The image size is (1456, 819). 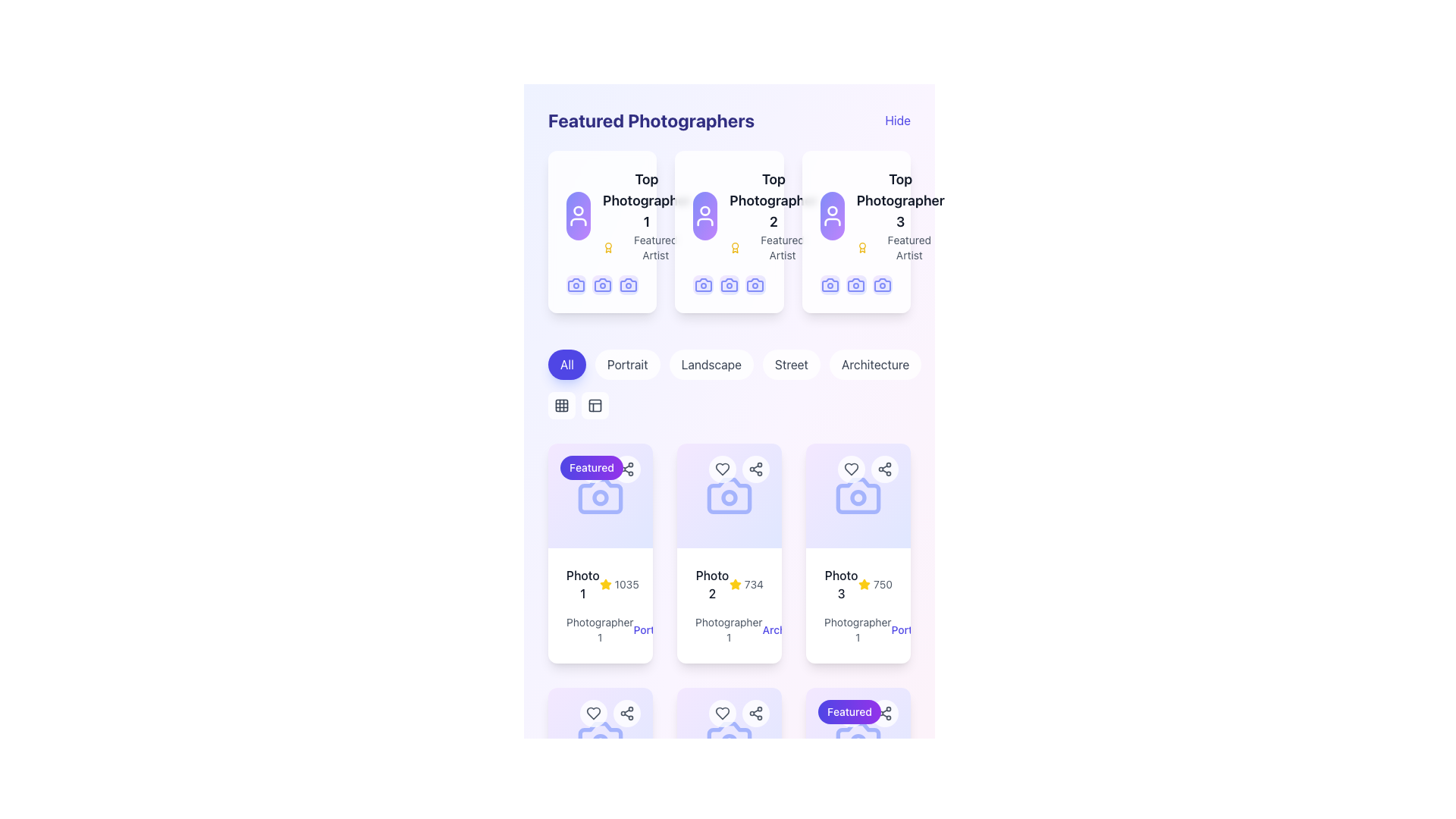 I want to click on the recognition icon located at the top left of the 'Top Photographer 1' card, so click(x=608, y=247).